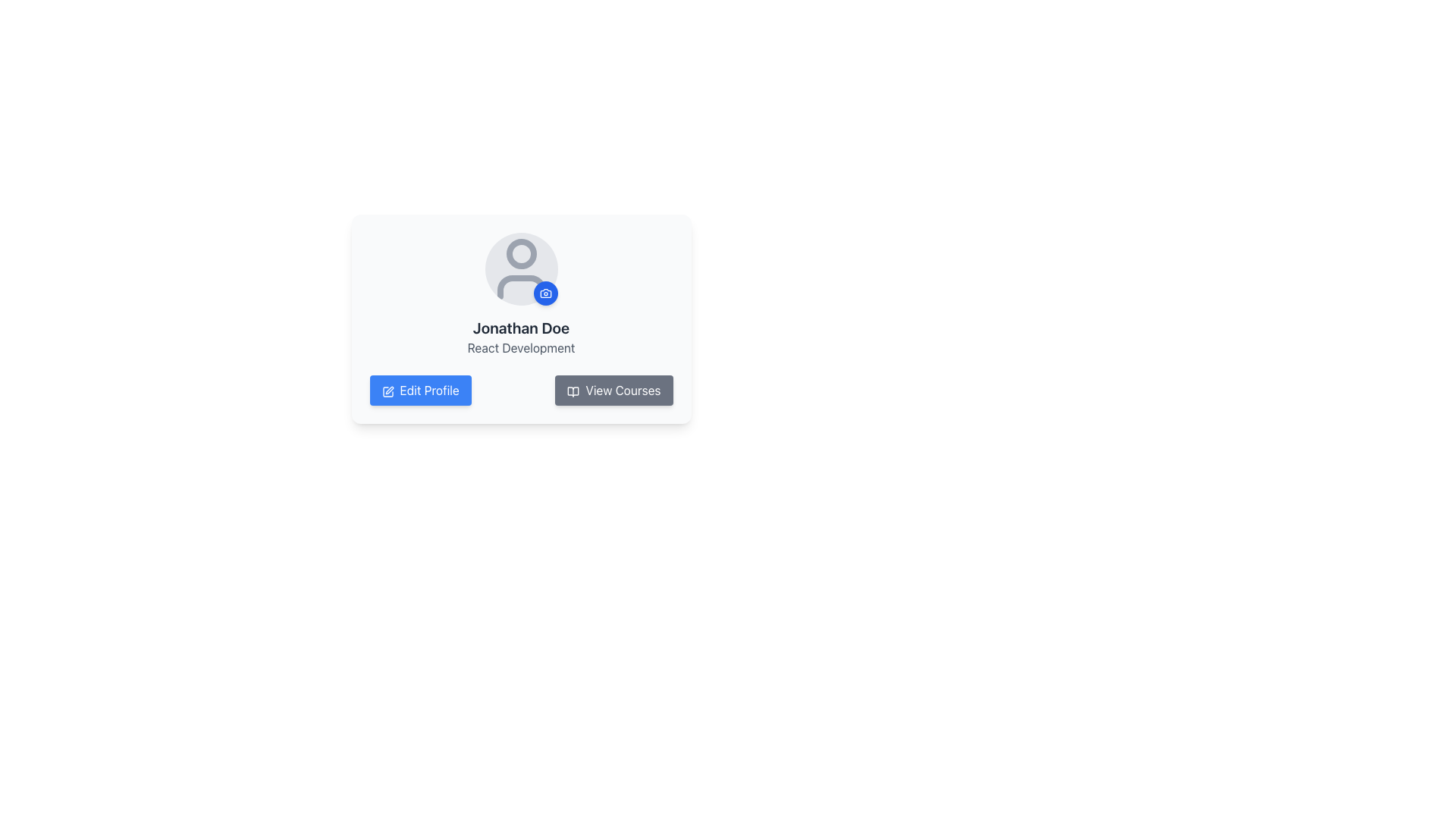 Image resolution: width=1456 pixels, height=819 pixels. I want to click on the Text Label displaying the user's name 'Jonathan Doe', which is prominently styled and located below the circular avatar icon, so click(521, 327).